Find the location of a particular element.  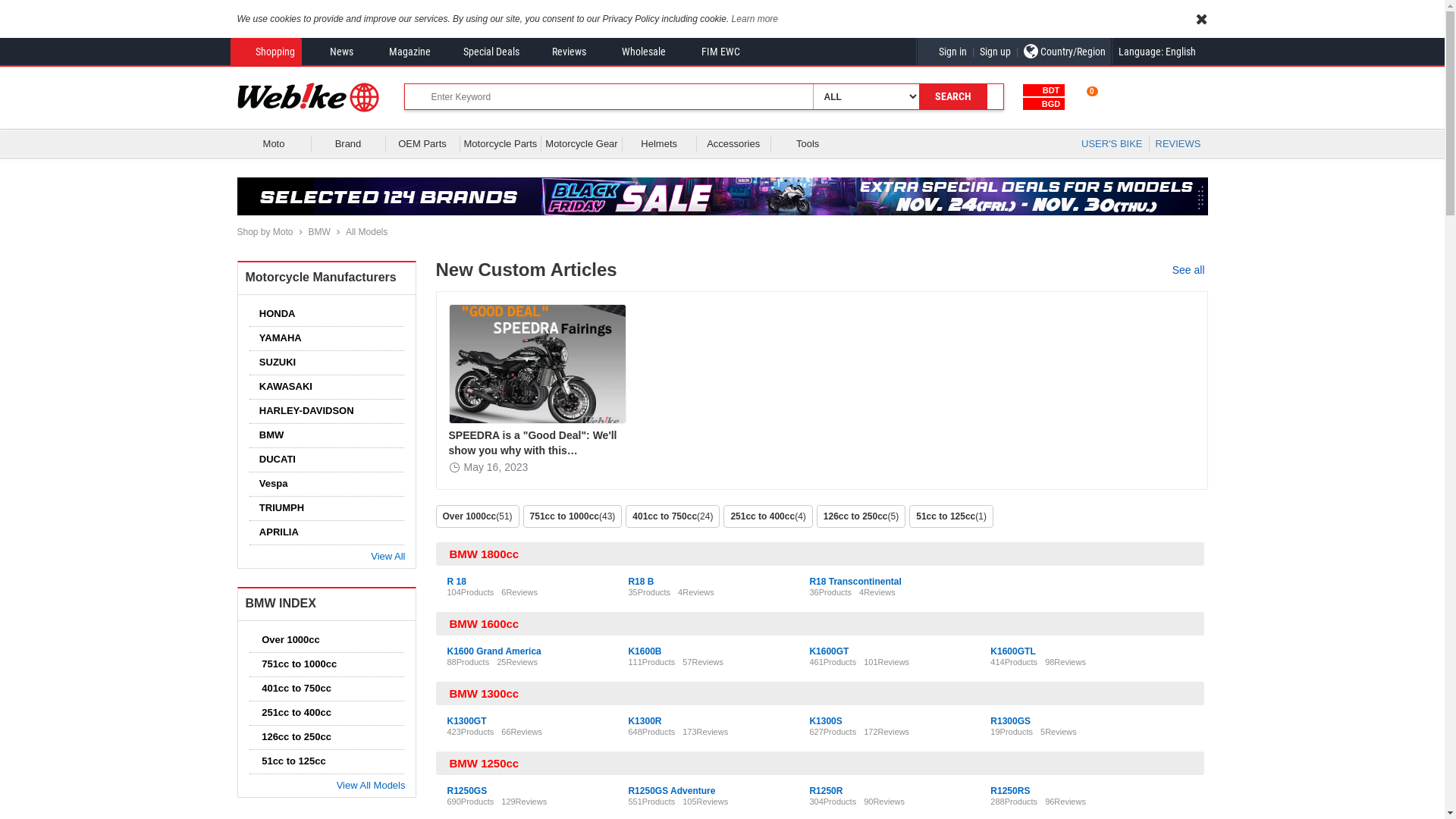

'751cc to 1000cc(43)' is located at coordinates (574, 516).